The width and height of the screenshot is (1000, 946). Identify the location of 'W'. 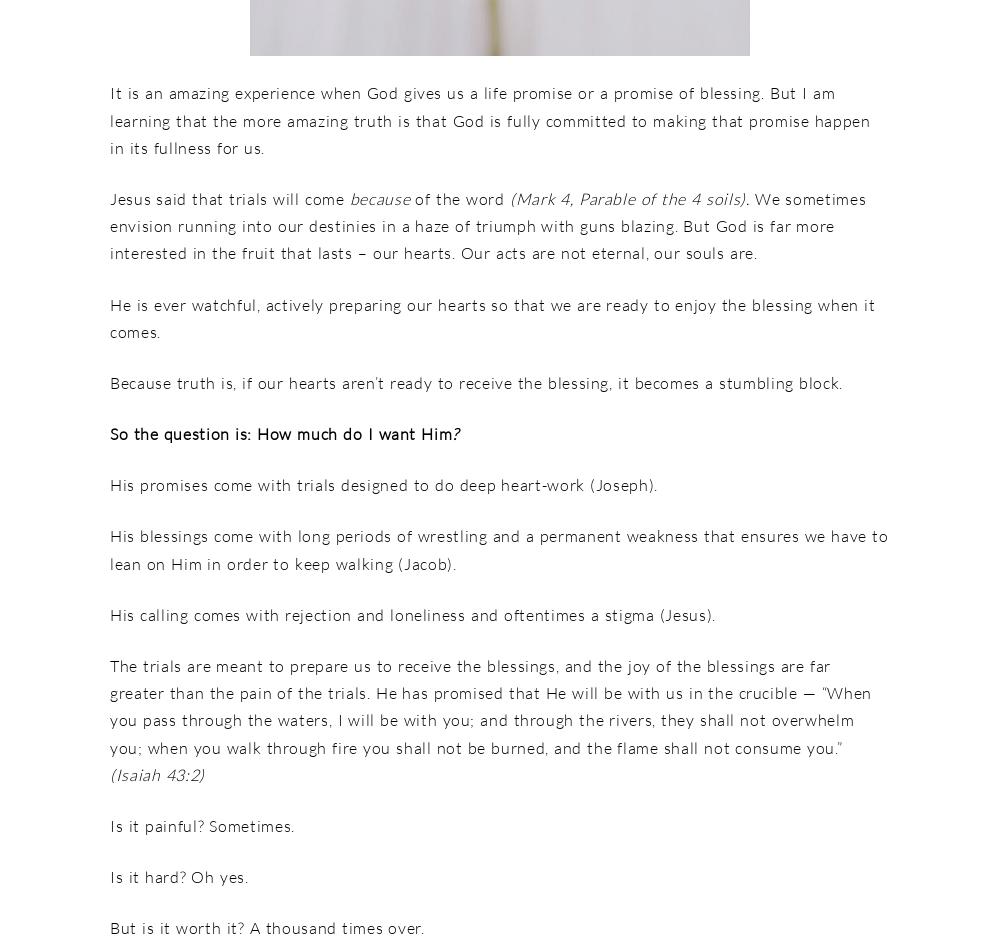
(762, 197).